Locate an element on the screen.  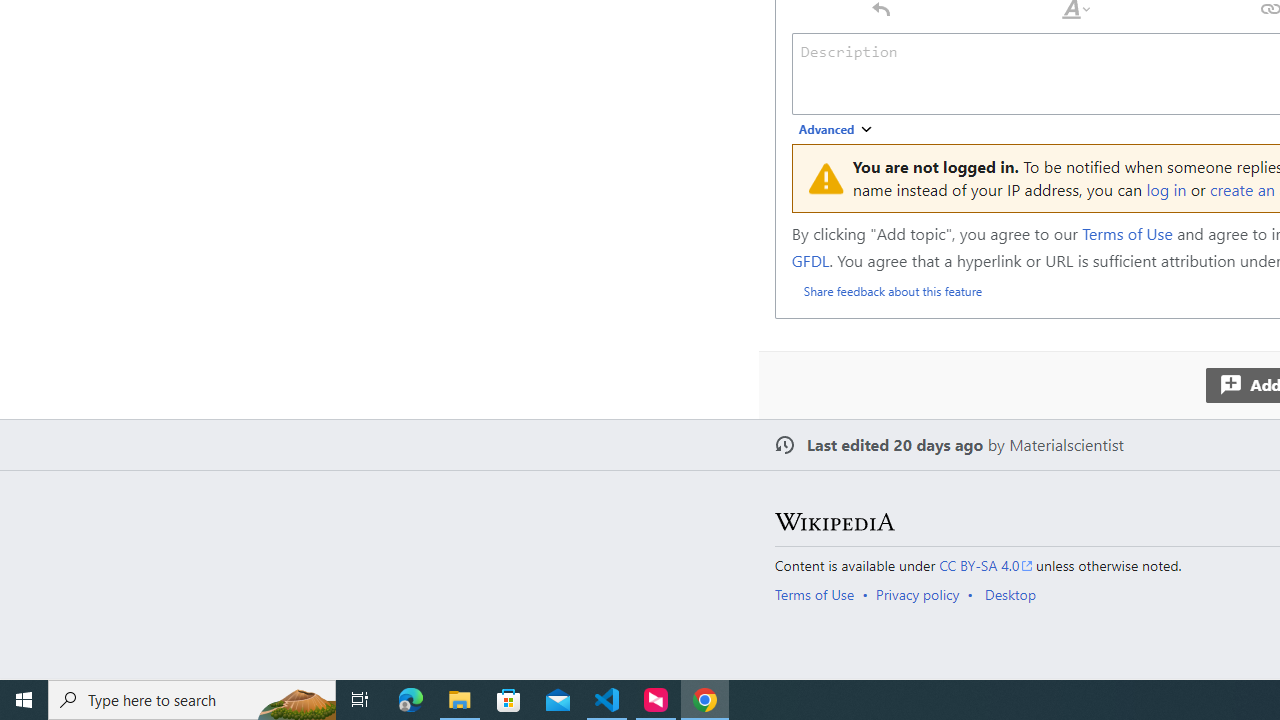
'Terms of Use' is located at coordinates (814, 593).